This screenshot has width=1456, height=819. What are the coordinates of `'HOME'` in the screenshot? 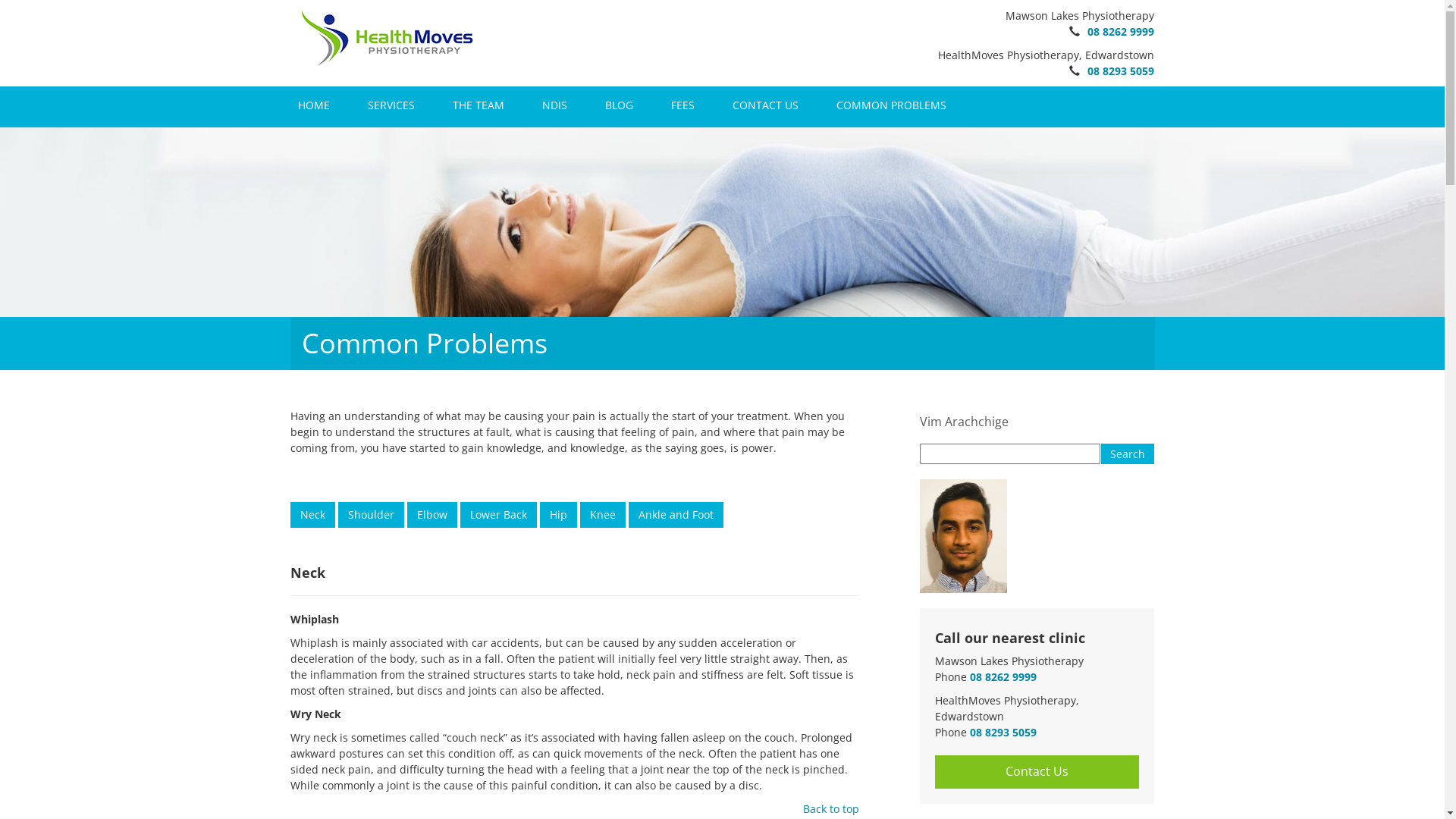 It's located at (290, 104).